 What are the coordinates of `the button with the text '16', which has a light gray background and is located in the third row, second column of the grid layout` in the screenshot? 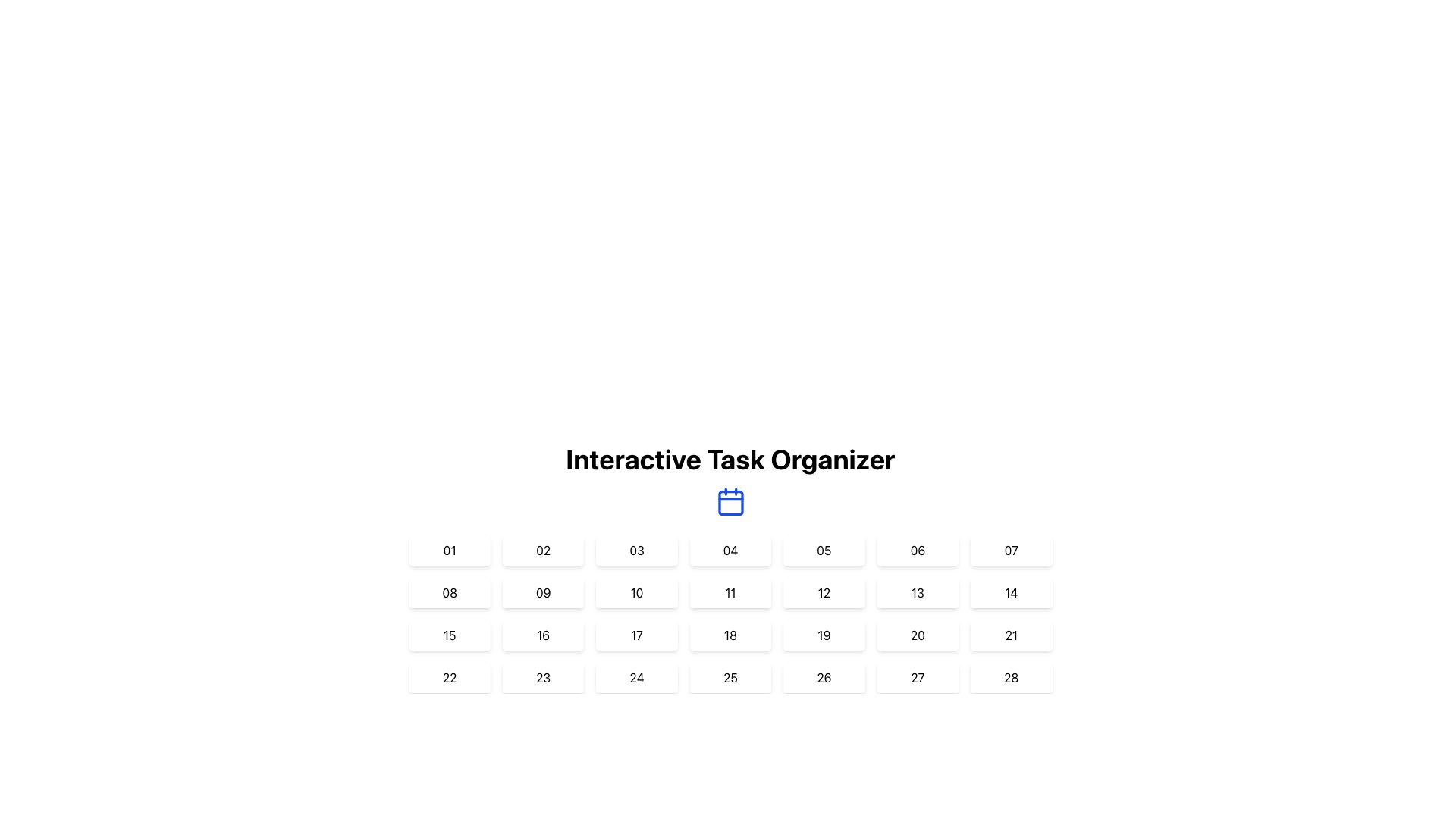 It's located at (542, 635).